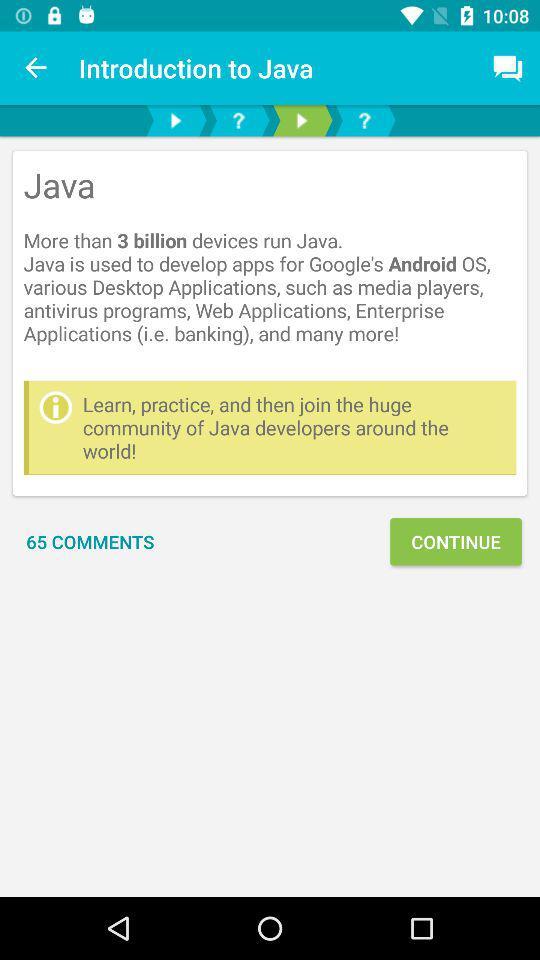 Image resolution: width=540 pixels, height=960 pixels. I want to click on the continue icon, so click(455, 541).